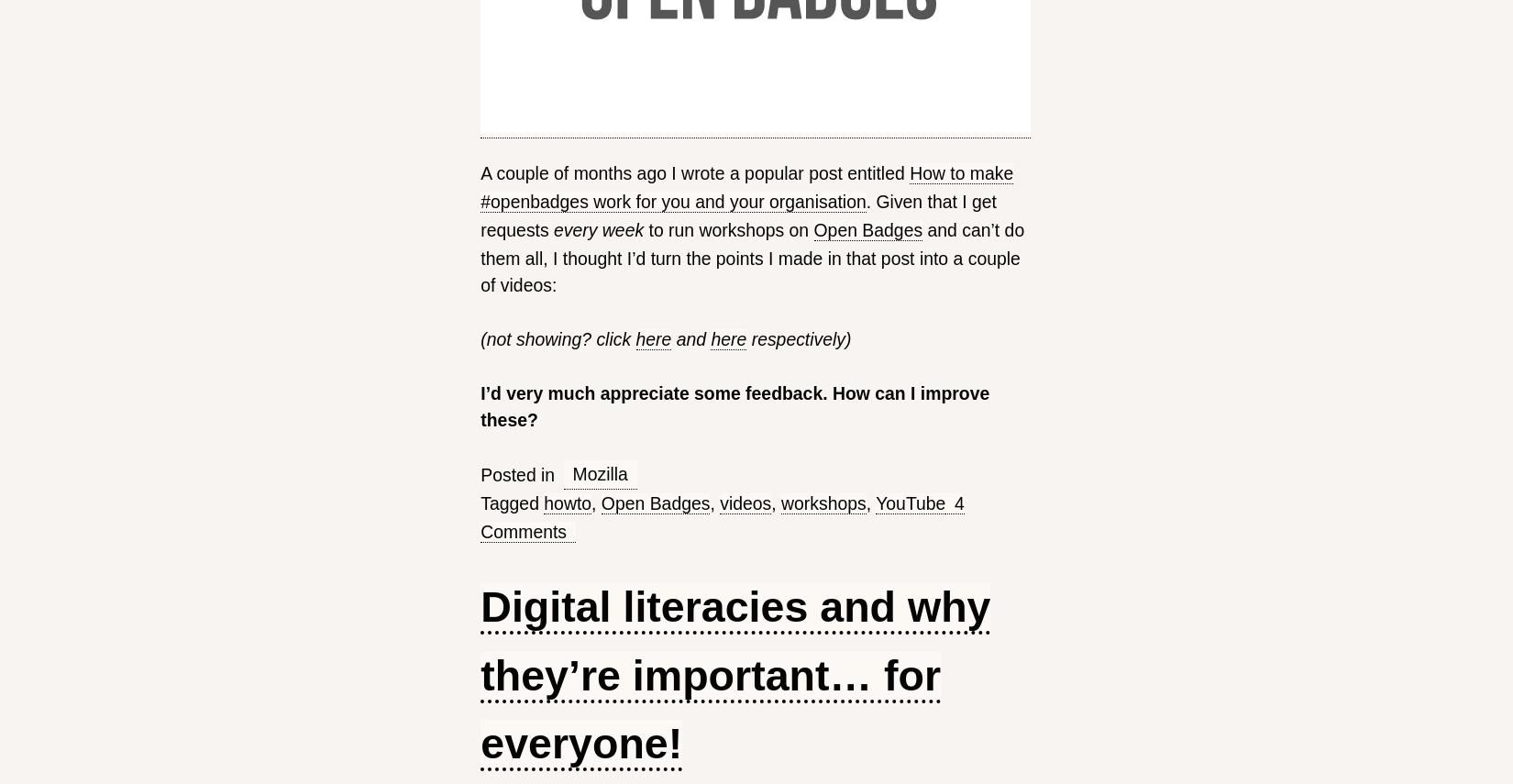 The height and width of the screenshot is (784, 1513). Describe the element at coordinates (516, 473) in the screenshot. I see `'Posted in'` at that location.